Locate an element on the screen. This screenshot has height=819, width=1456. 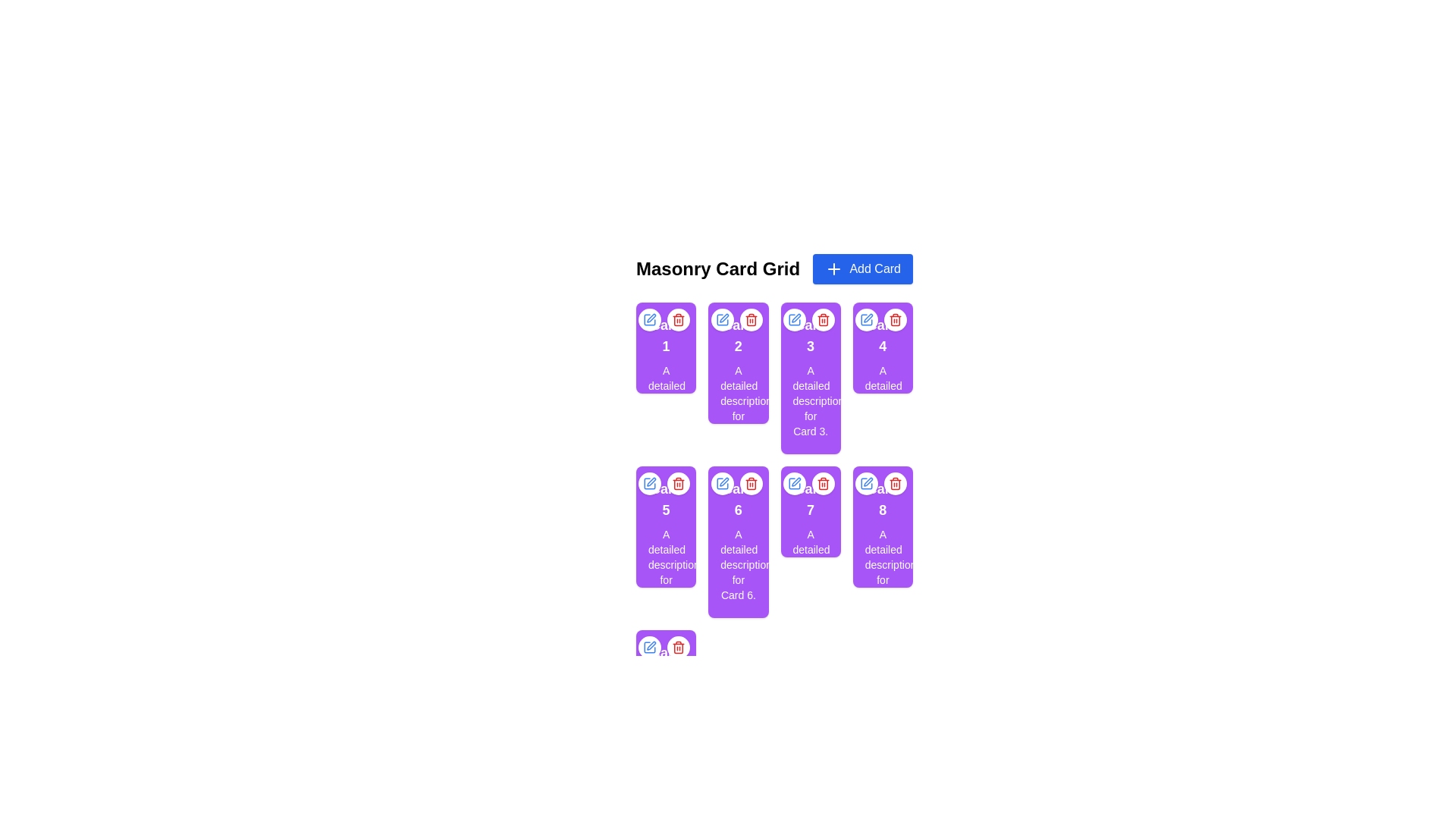
the edit icon located at the top-left corner of card '6' is located at coordinates (721, 483).